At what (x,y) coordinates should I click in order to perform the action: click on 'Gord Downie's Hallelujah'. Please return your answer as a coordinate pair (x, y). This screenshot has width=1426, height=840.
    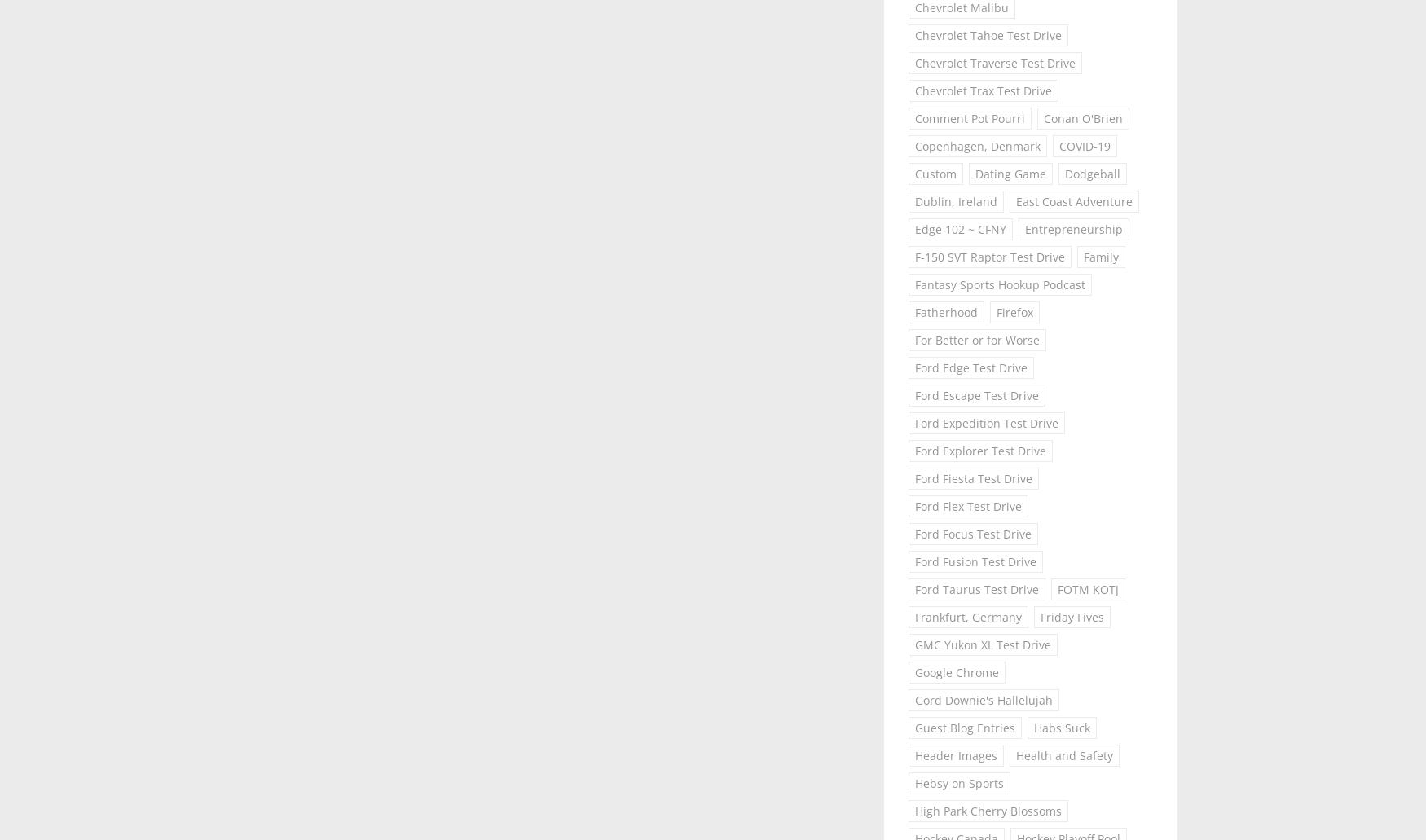
    Looking at the image, I should click on (984, 699).